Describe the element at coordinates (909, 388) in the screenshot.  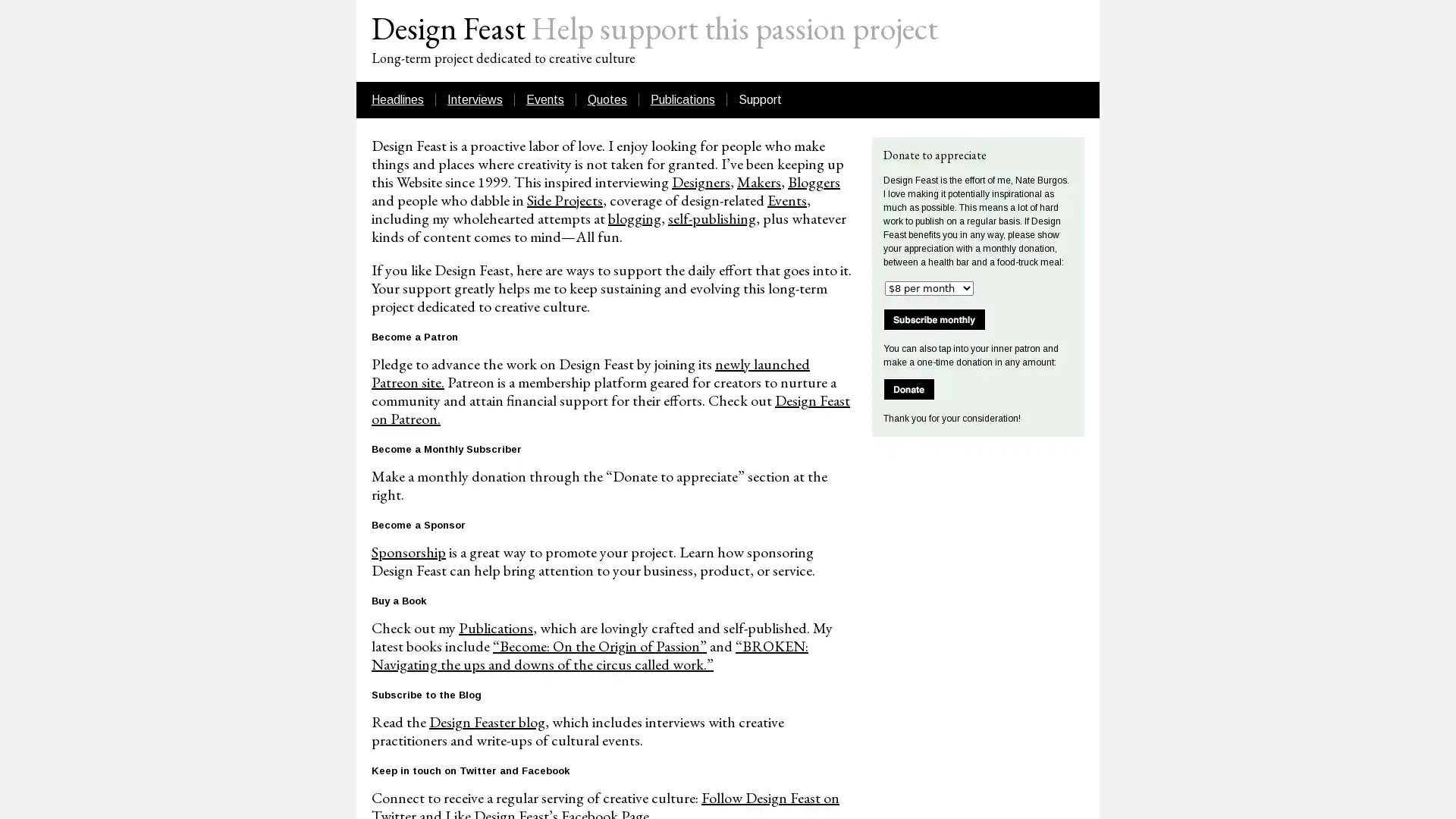
I see `Submit` at that location.